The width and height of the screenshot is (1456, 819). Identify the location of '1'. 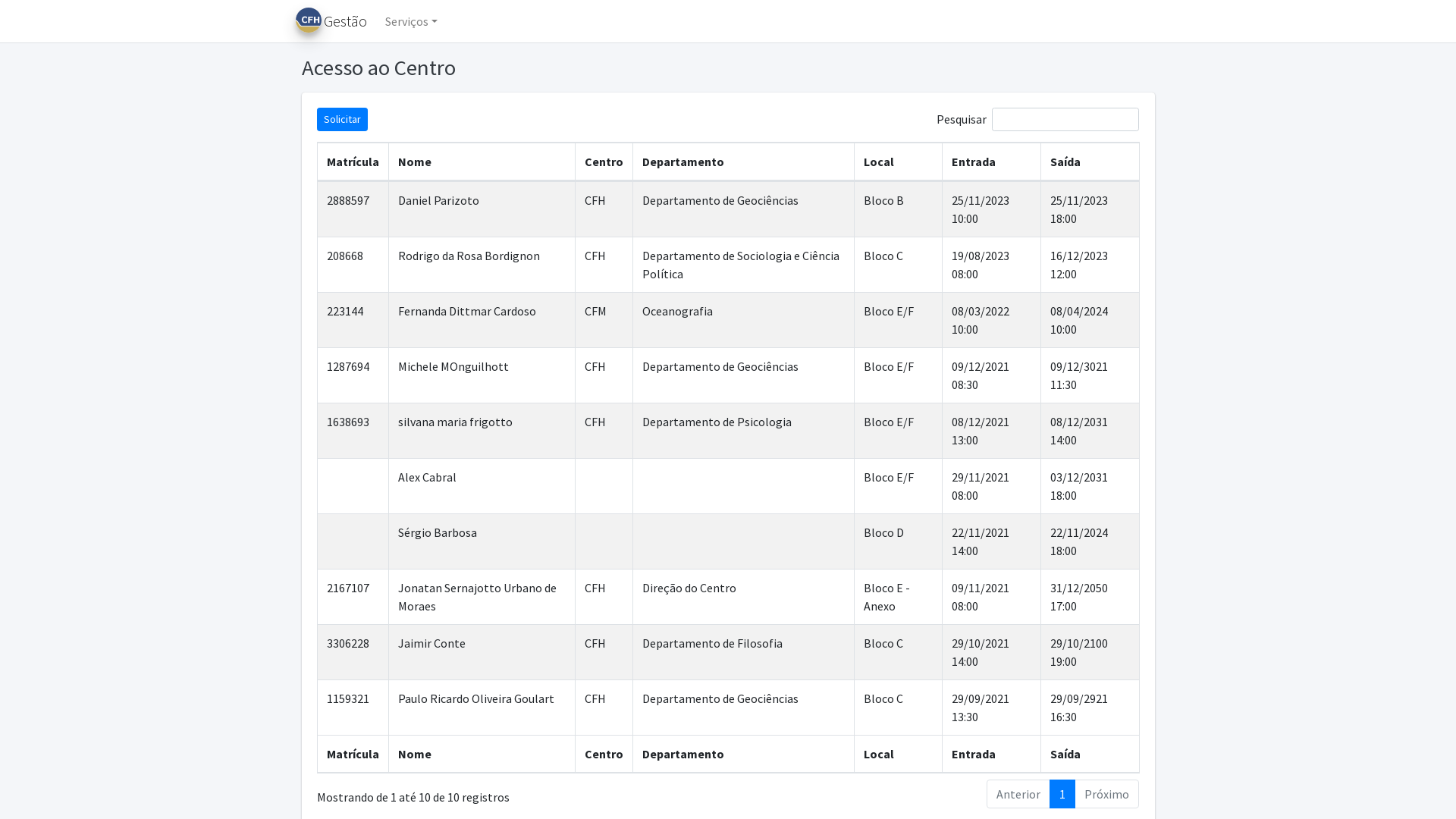
(1048, 792).